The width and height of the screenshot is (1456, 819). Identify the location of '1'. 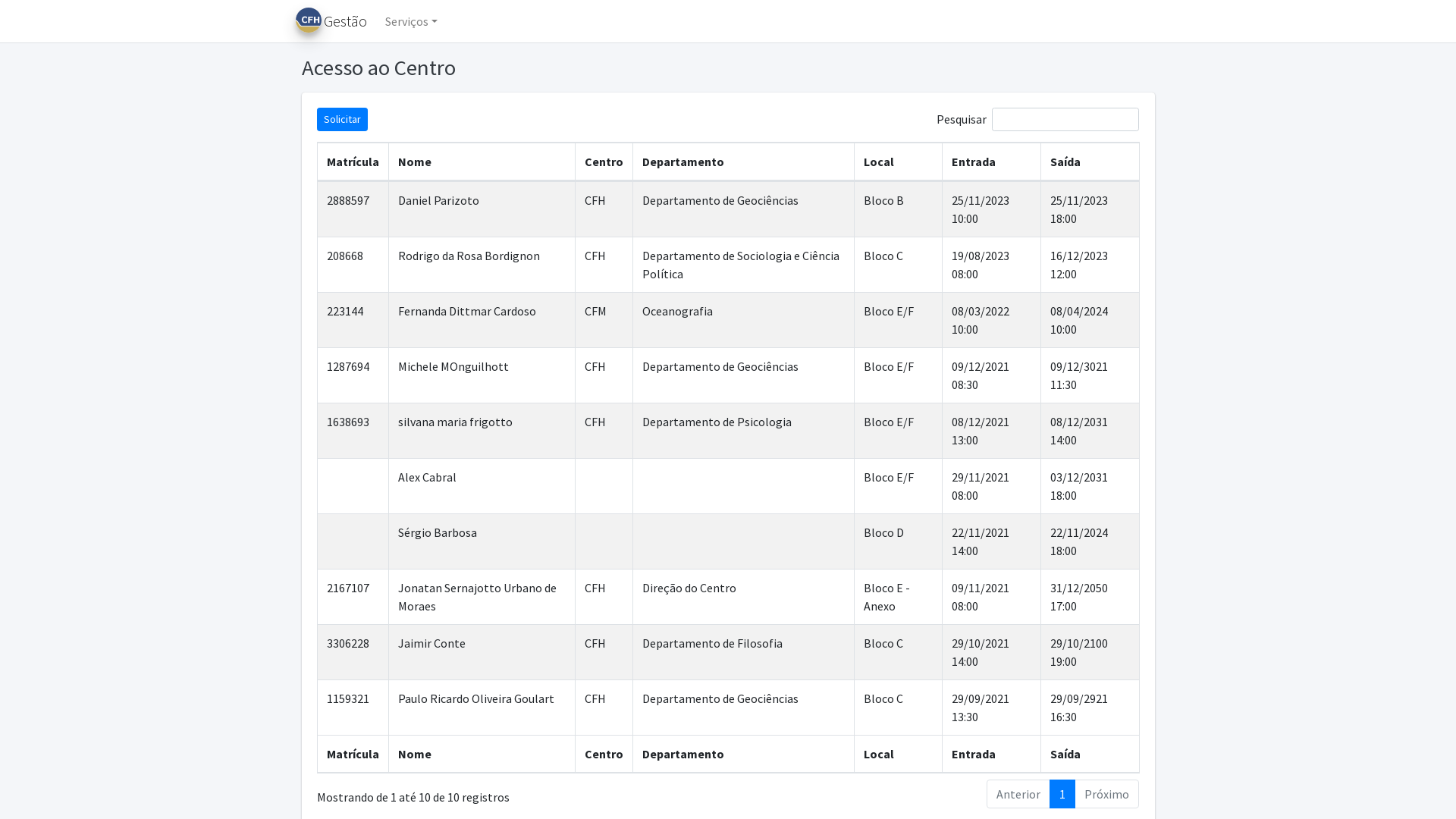
(1048, 792).